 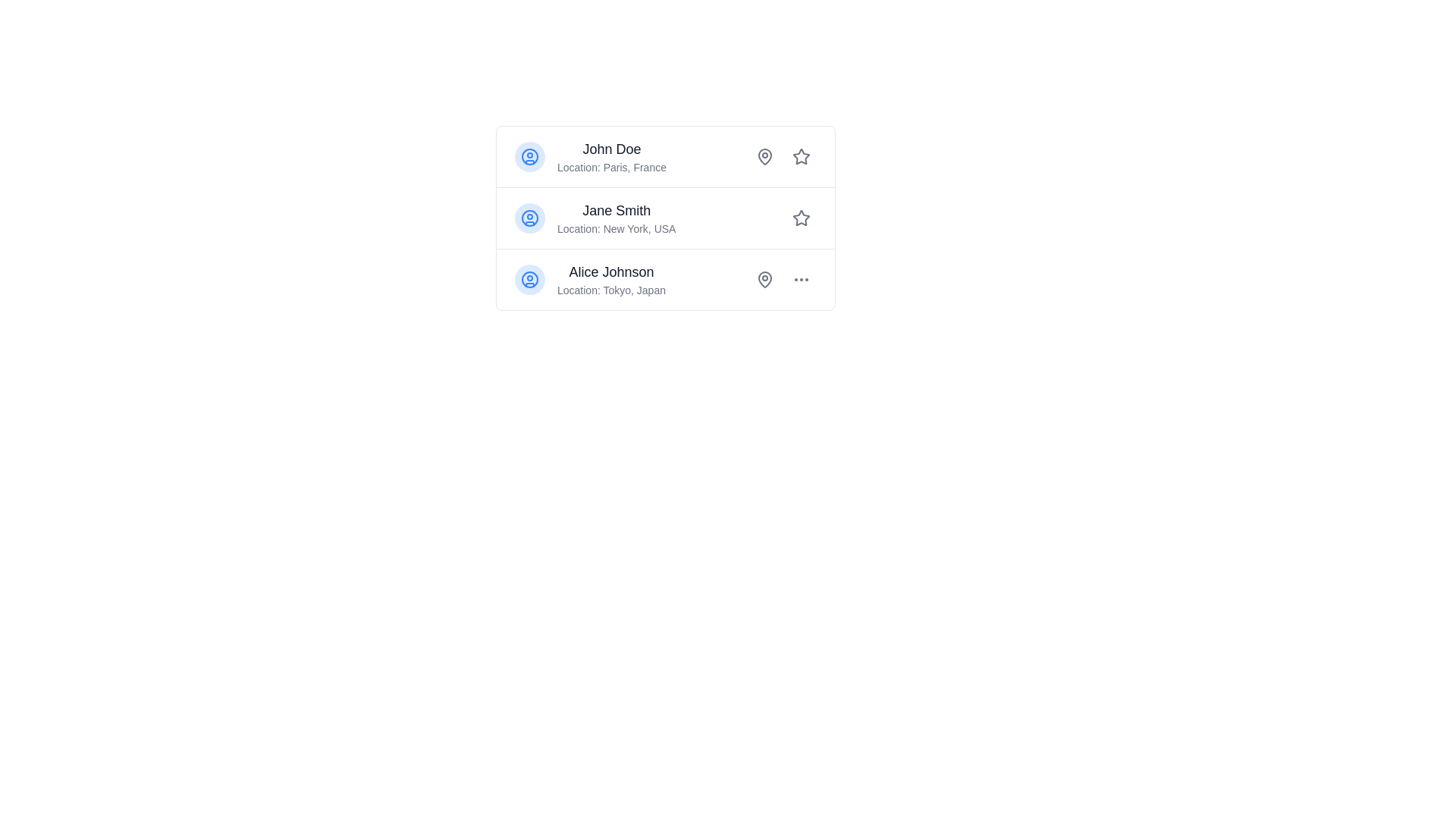 What do you see at coordinates (530, 157) in the screenshot?
I see `the circular shape in the user profile icon for 'John Doe' located at the top-left section of the user information card` at bounding box center [530, 157].